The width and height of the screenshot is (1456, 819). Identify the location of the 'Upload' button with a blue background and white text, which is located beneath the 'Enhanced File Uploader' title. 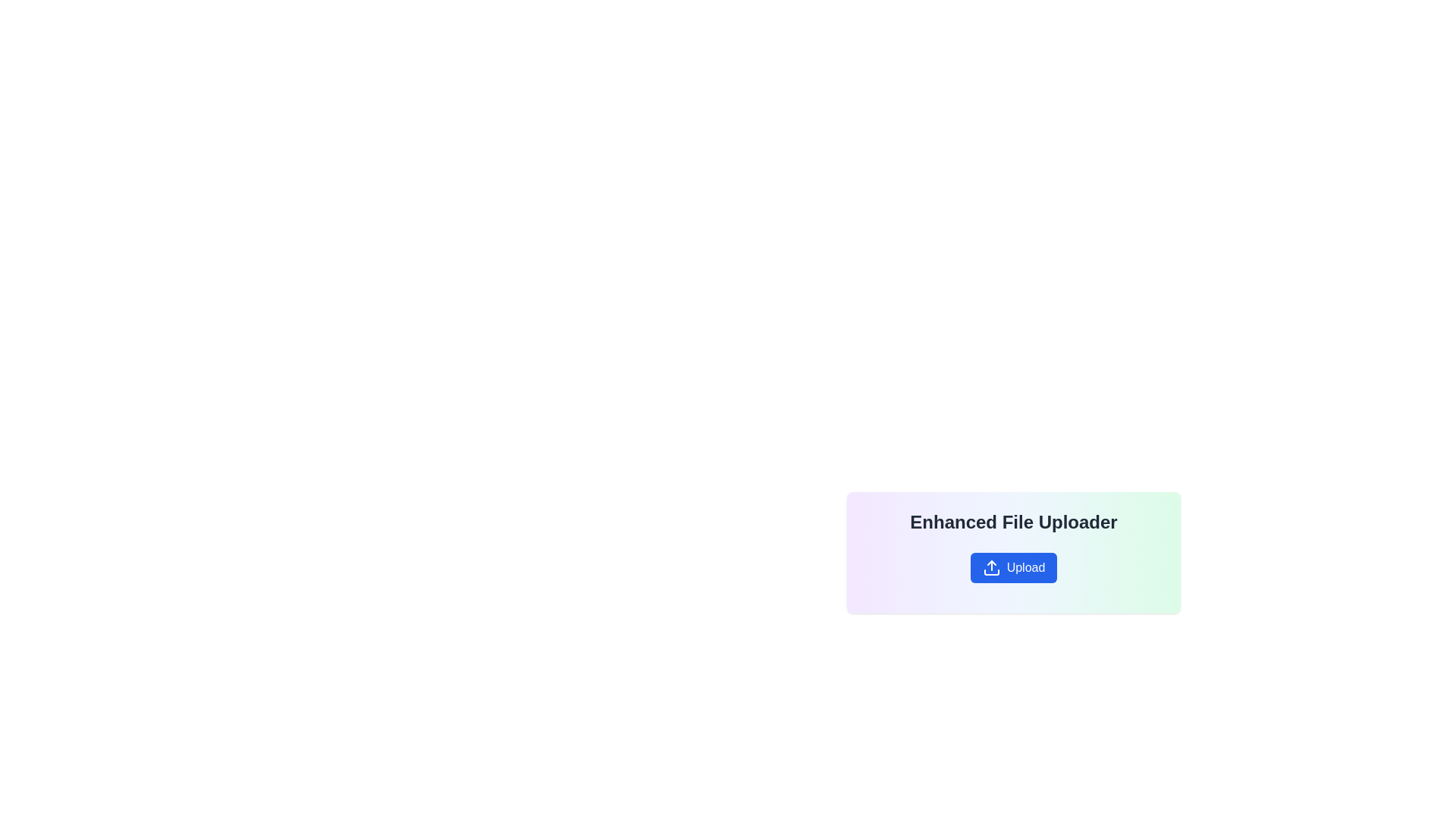
(1014, 567).